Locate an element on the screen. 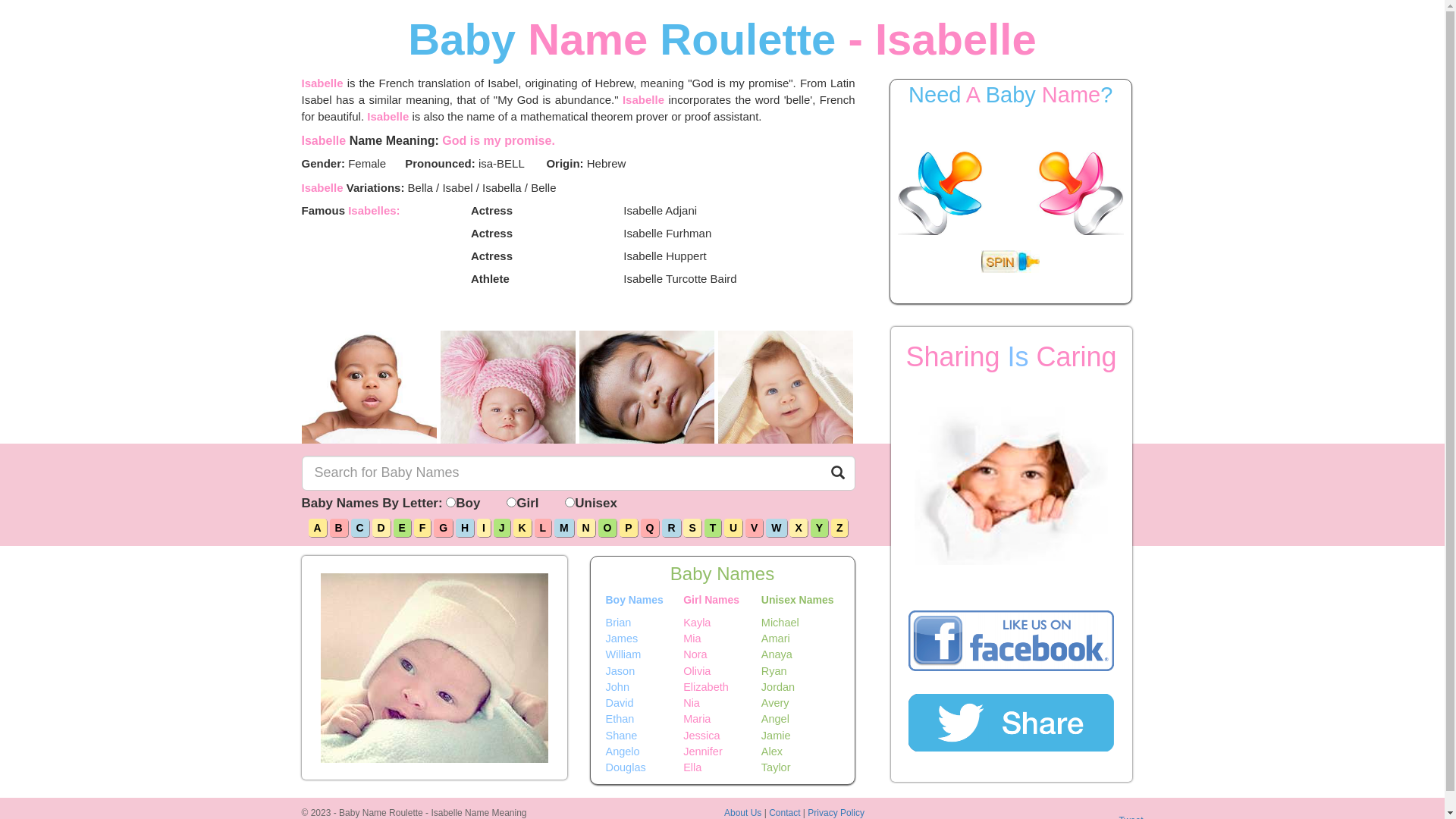 This screenshot has width=1456, height=819. 'John' is located at coordinates (644, 687).